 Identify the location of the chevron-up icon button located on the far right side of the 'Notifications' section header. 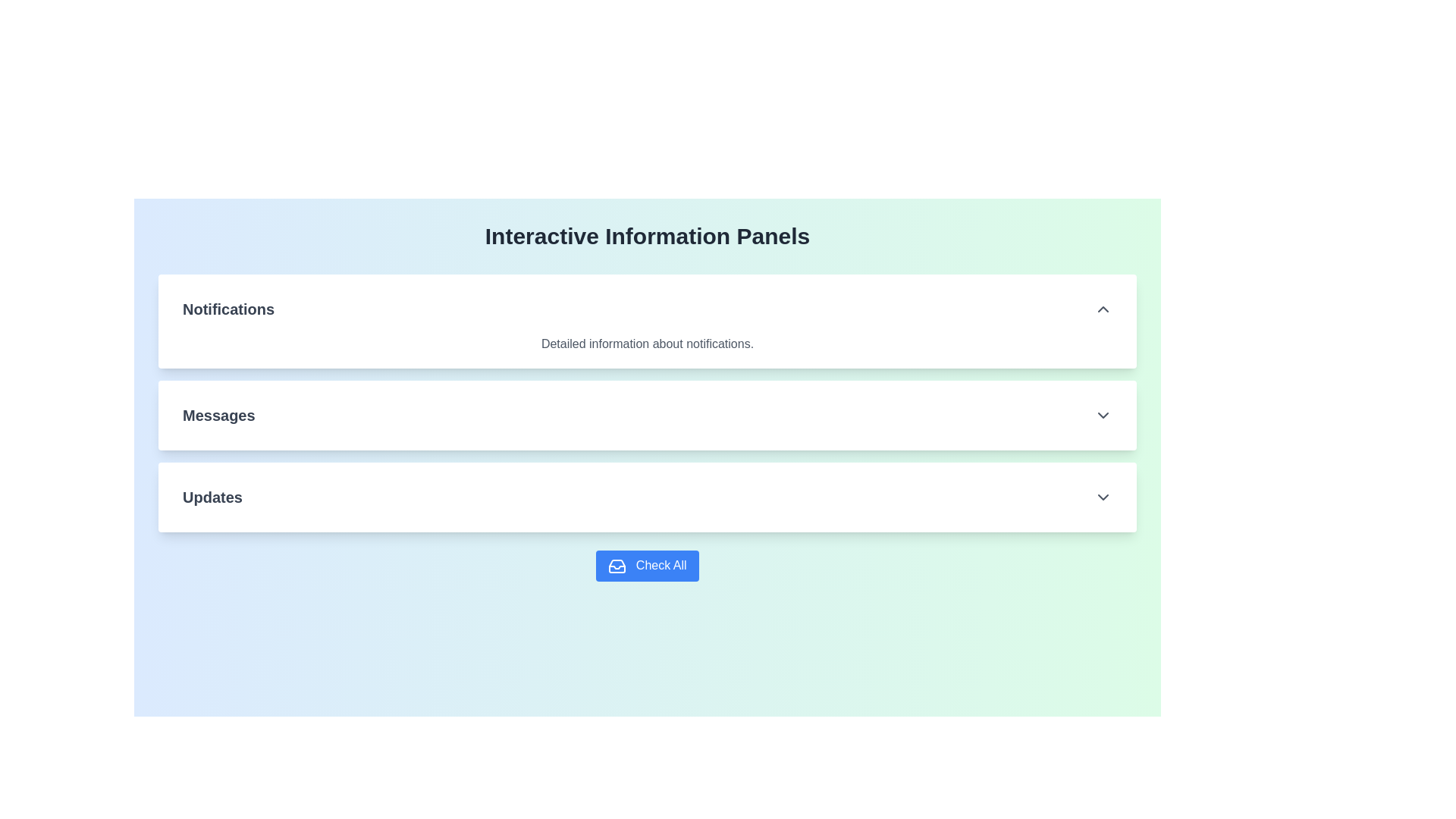
(1103, 309).